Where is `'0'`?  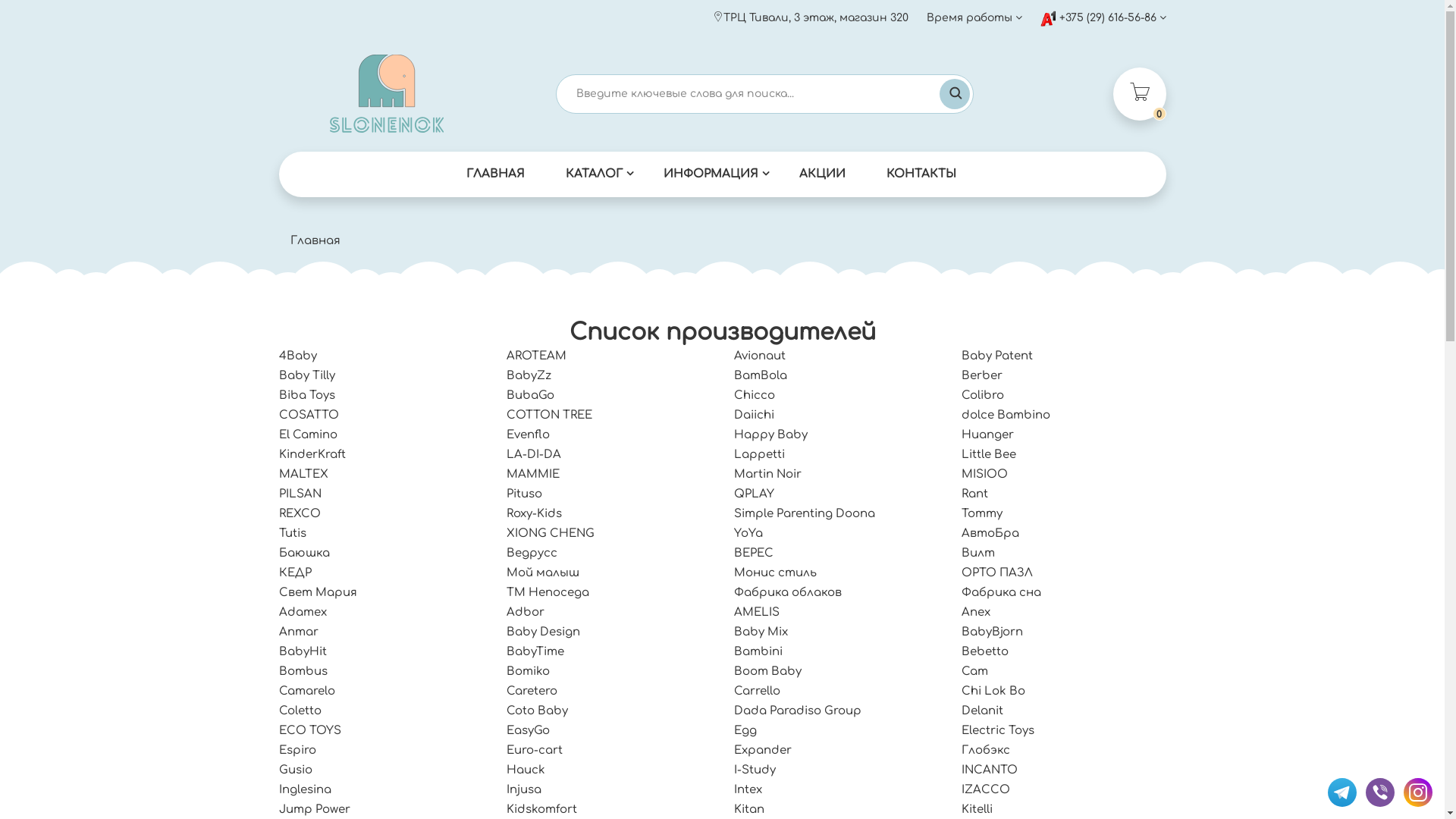
'0' is located at coordinates (1139, 93).